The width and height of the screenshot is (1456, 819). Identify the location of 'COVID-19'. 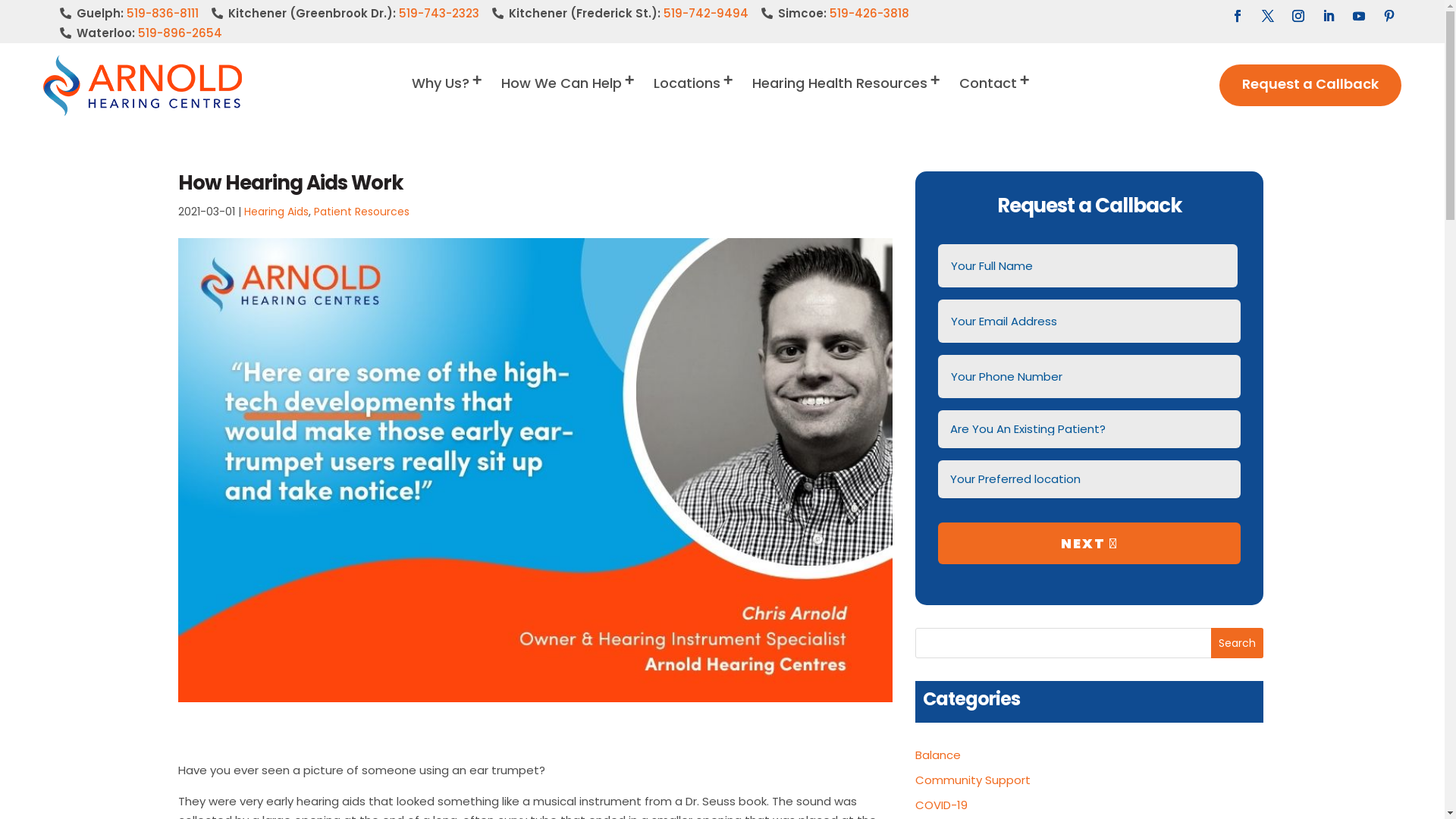
(940, 804).